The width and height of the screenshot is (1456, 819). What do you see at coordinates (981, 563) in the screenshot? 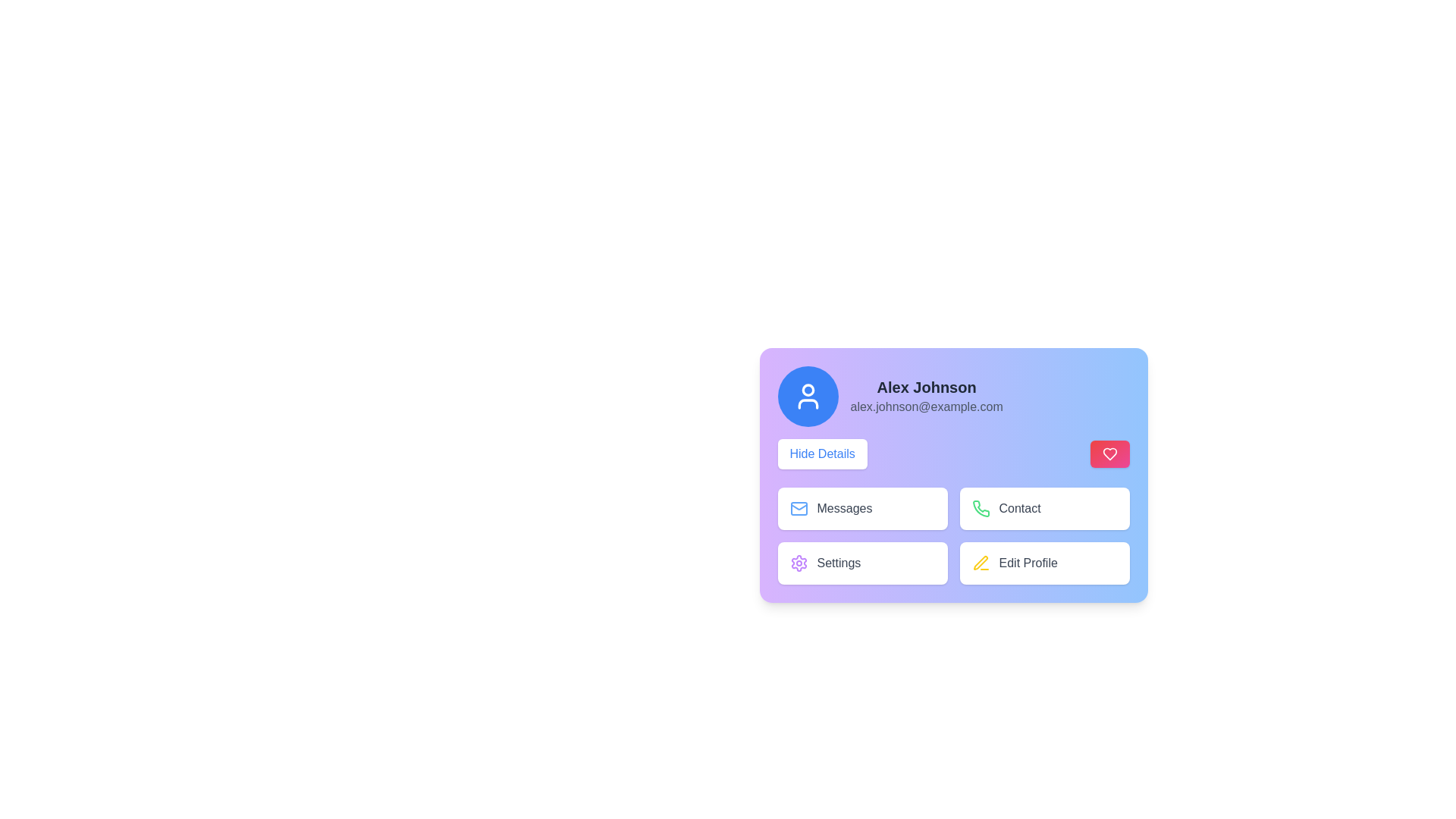
I see `the pen-shaped yellow icon button located in the lower right part of the 'Edit Profile' section to initiate the edit action` at bounding box center [981, 563].